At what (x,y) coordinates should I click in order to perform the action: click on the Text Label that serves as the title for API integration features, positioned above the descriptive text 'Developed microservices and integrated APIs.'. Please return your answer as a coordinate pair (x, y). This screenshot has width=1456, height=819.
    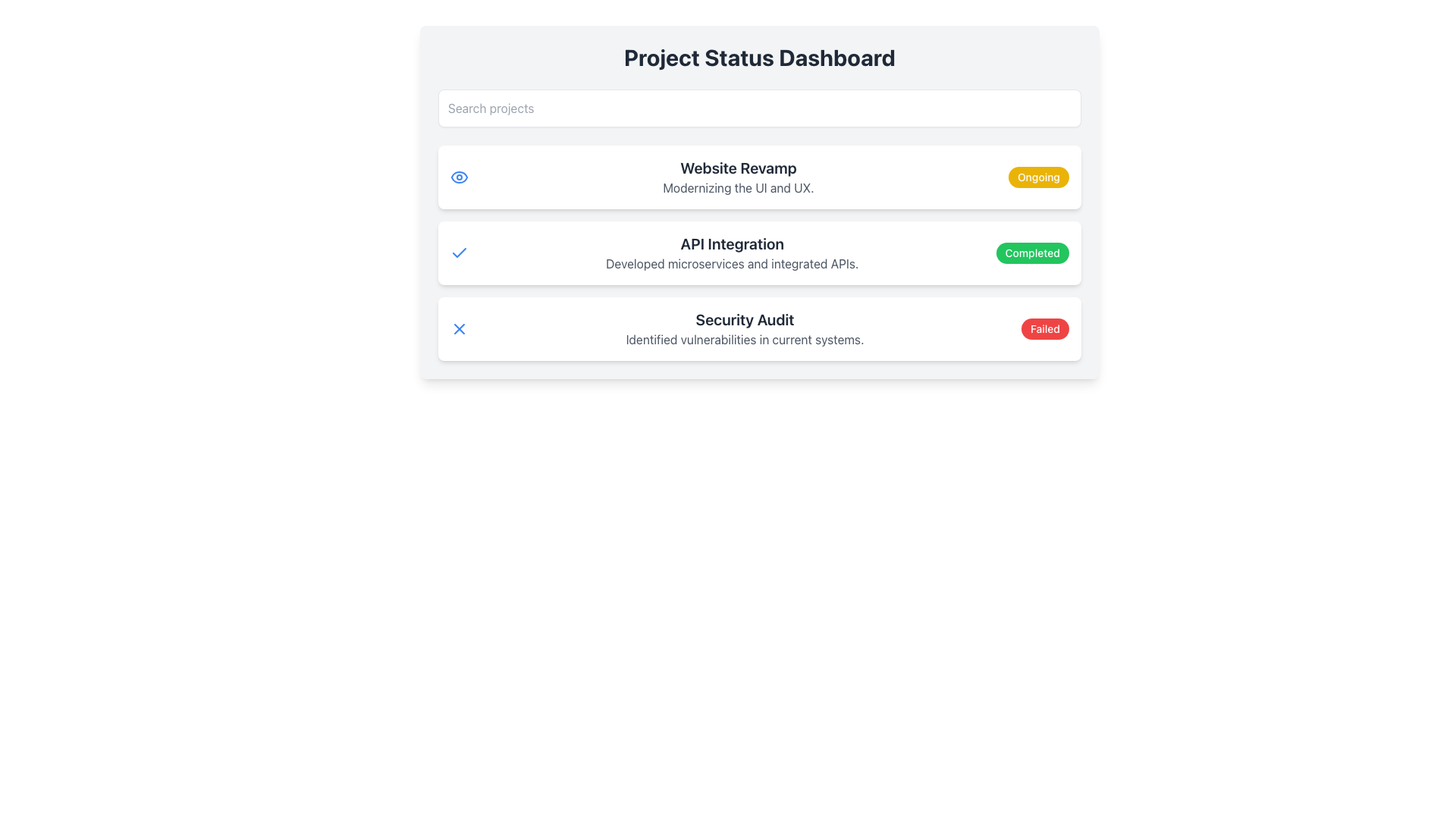
    Looking at the image, I should click on (732, 243).